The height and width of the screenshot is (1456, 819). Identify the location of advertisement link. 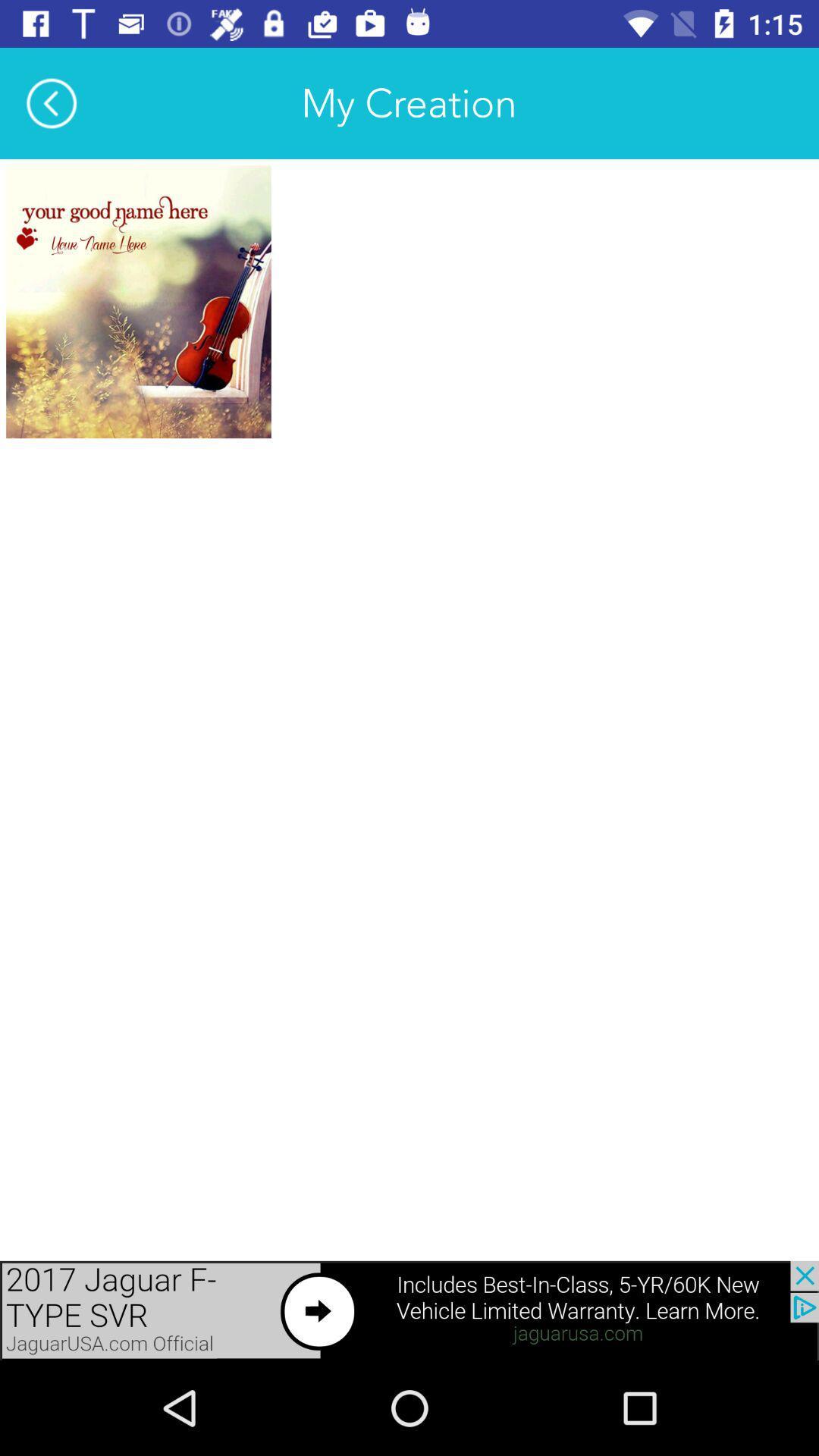
(409, 1310).